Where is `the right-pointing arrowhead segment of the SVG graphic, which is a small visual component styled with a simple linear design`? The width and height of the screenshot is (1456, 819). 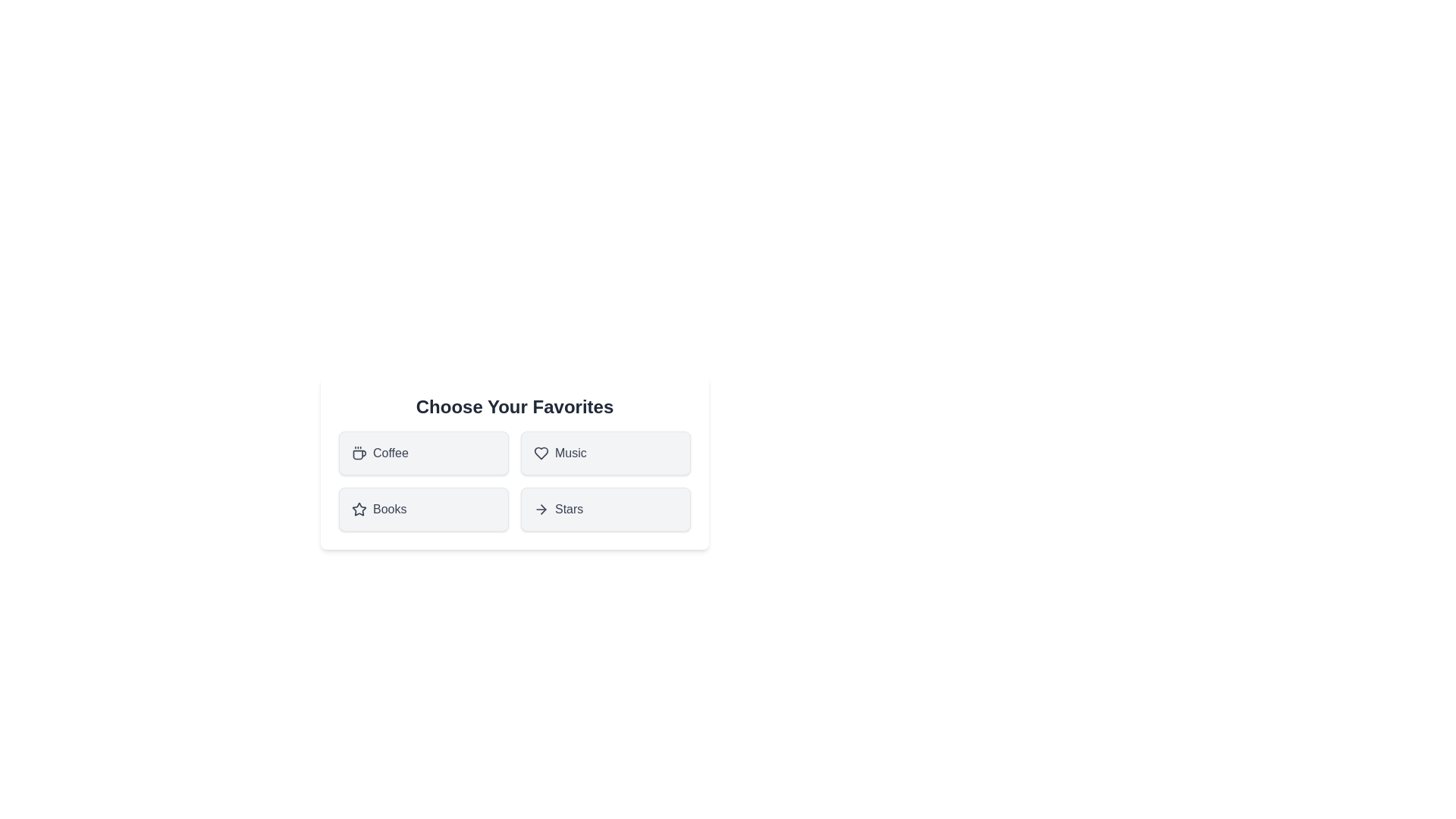
the right-pointing arrowhead segment of the SVG graphic, which is a small visual component styled with a simple linear design is located at coordinates (543, 509).